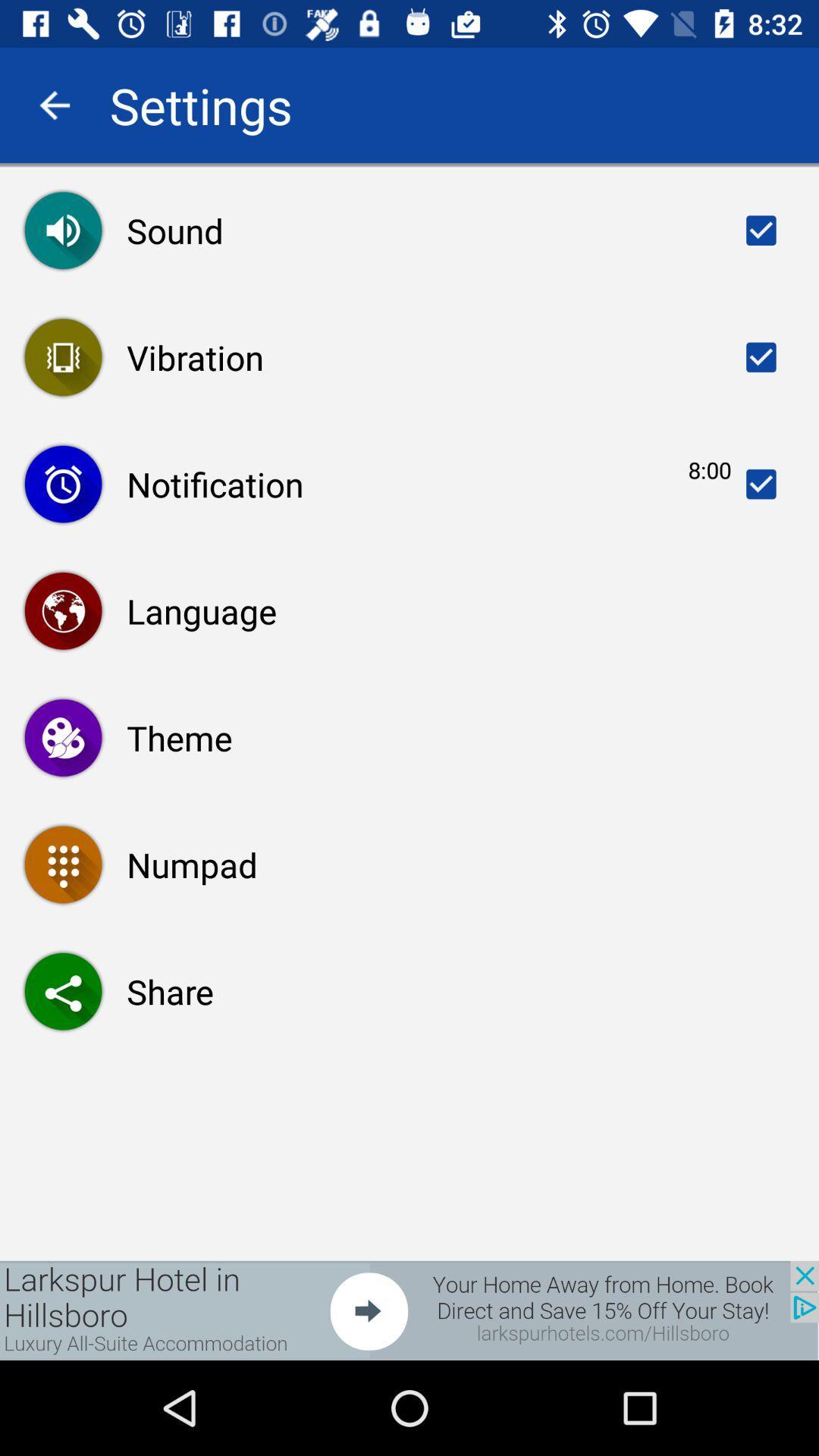  What do you see at coordinates (761, 356) in the screenshot?
I see `check box for switching vibration on off` at bounding box center [761, 356].